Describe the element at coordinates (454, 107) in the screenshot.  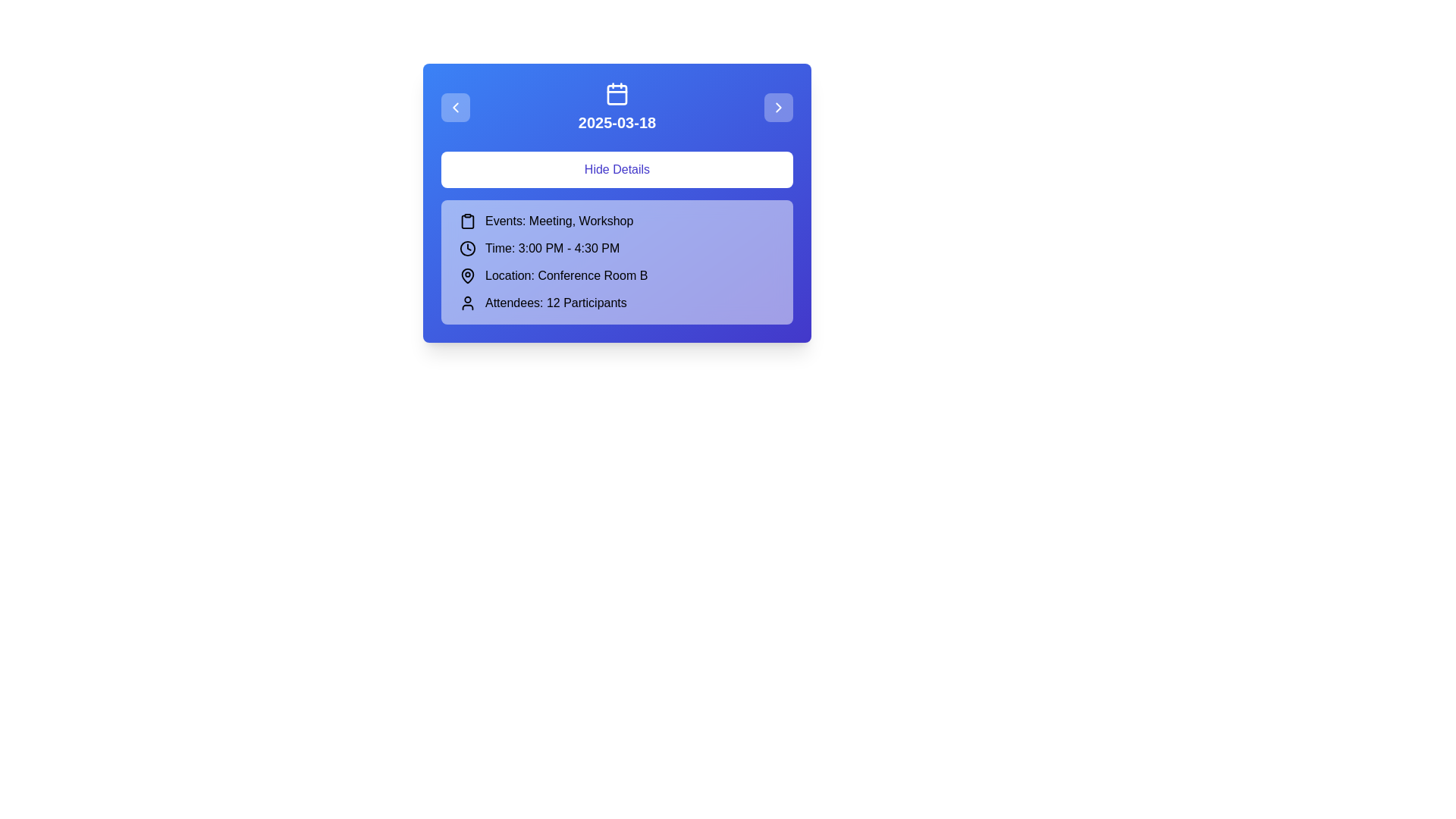
I see `the navigation button located at the top left corner of the date display, which shows '2025-03-18'` at that location.